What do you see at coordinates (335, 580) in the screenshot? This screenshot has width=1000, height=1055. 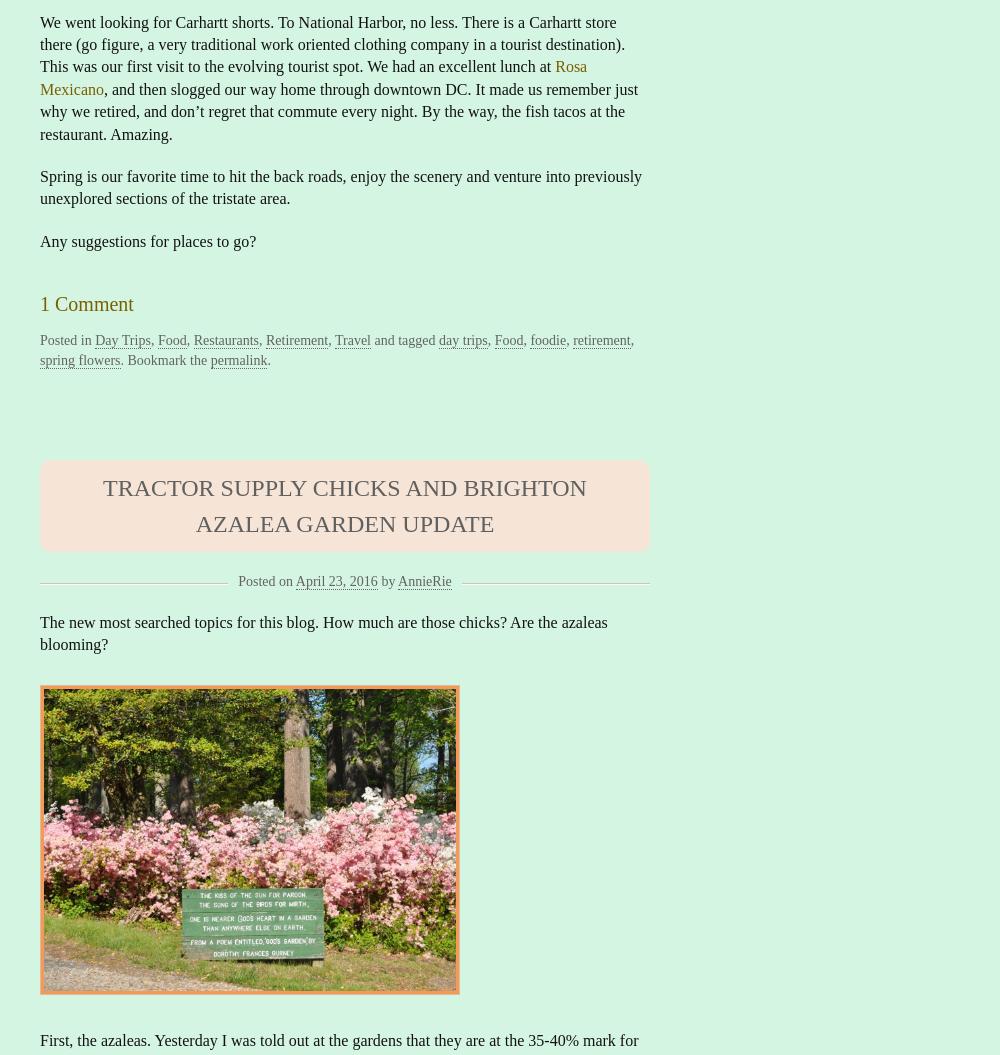 I see `'April 23, 2016'` at bounding box center [335, 580].